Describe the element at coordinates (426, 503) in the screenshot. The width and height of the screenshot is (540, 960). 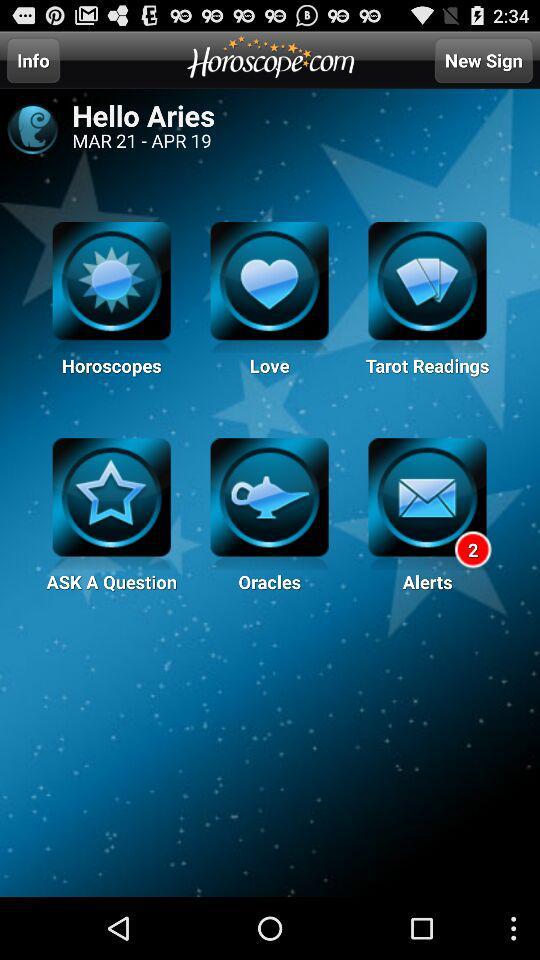
I see `mail inbox` at that location.